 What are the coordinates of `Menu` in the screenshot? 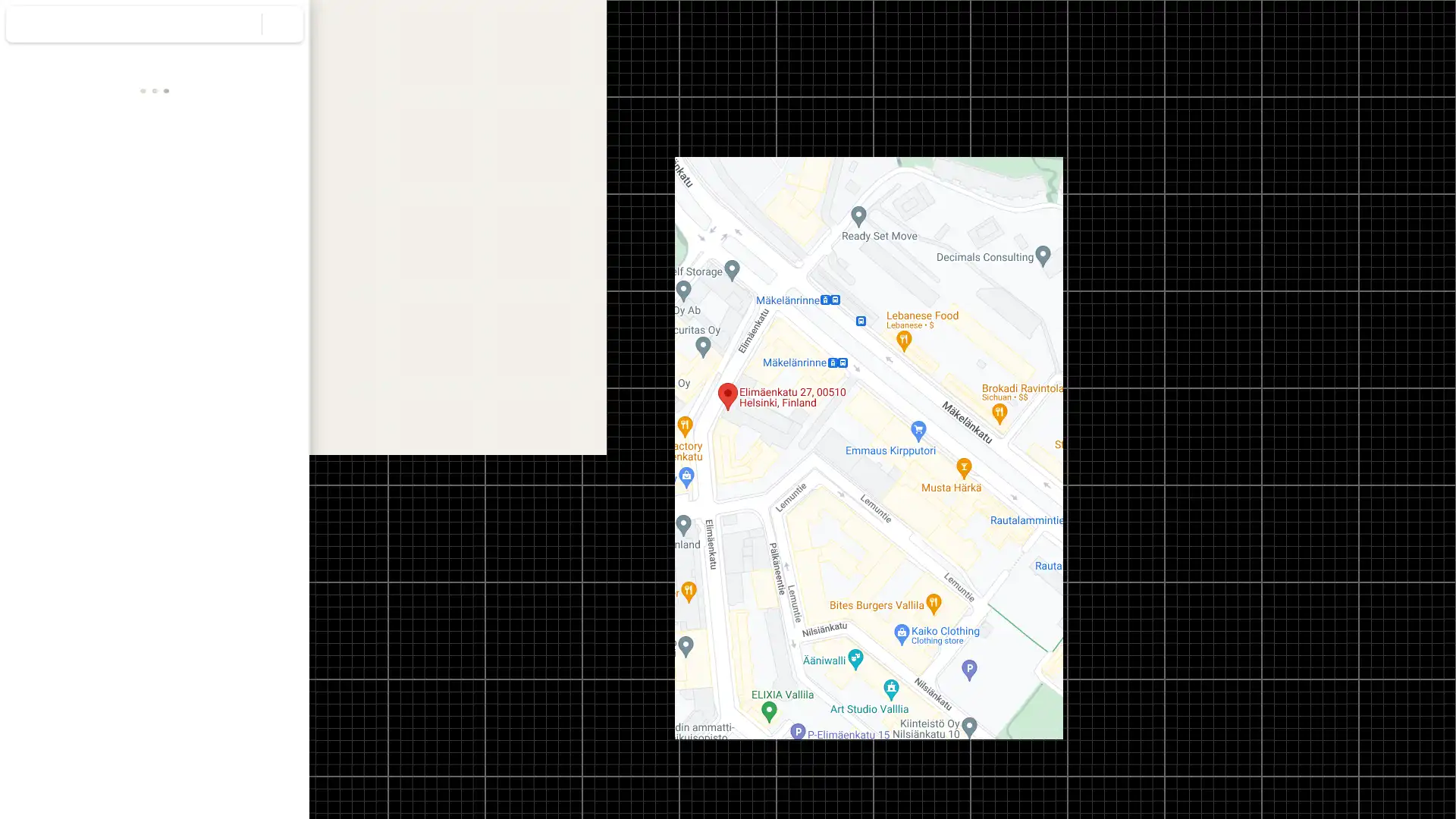 It's located at (27, 26).